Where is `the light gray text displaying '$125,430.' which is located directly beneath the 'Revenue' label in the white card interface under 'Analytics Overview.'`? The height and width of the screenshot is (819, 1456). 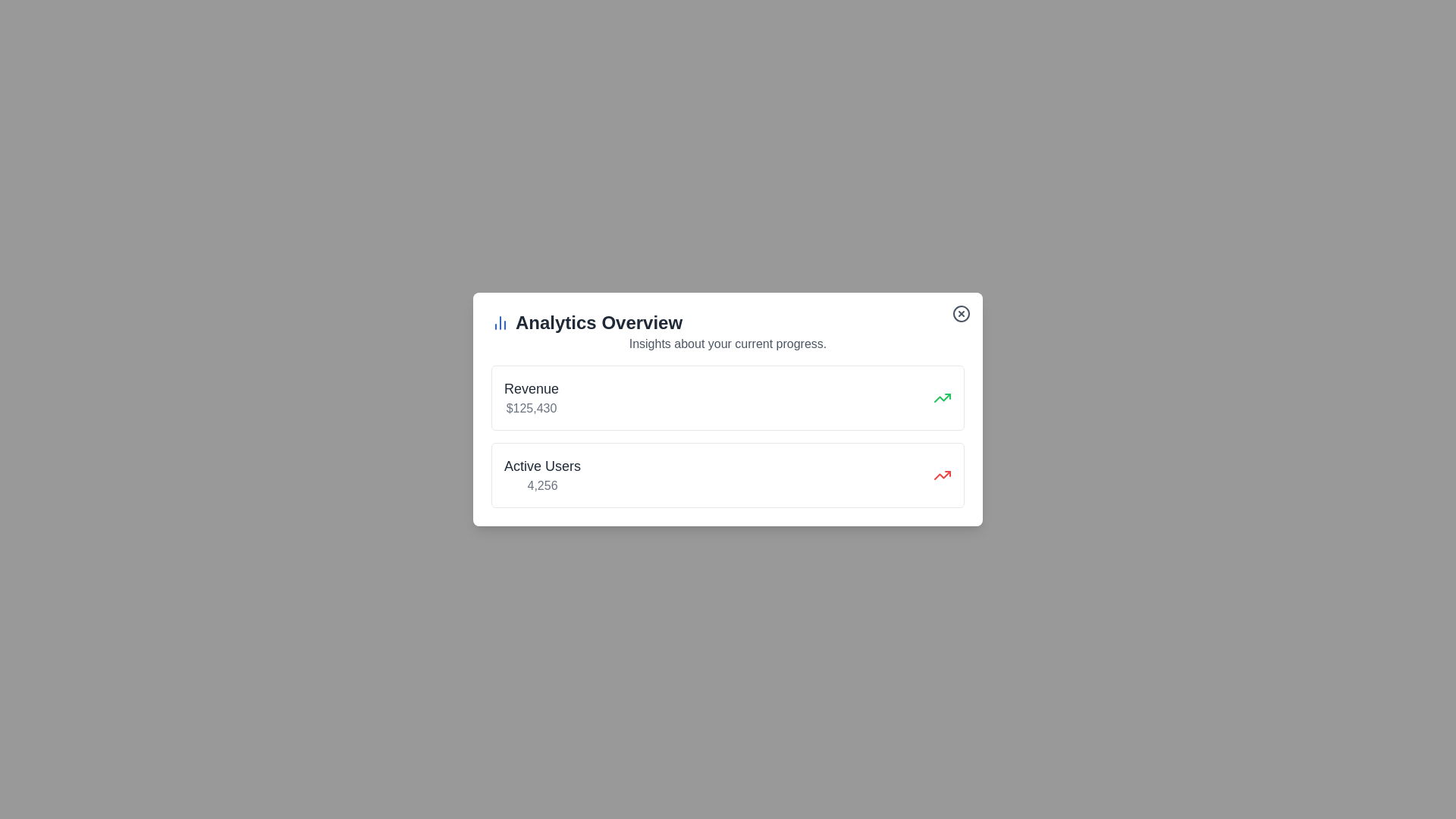
the light gray text displaying '$125,430.' which is located directly beneath the 'Revenue' label in the white card interface under 'Analytics Overview.' is located at coordinates (531, 408).